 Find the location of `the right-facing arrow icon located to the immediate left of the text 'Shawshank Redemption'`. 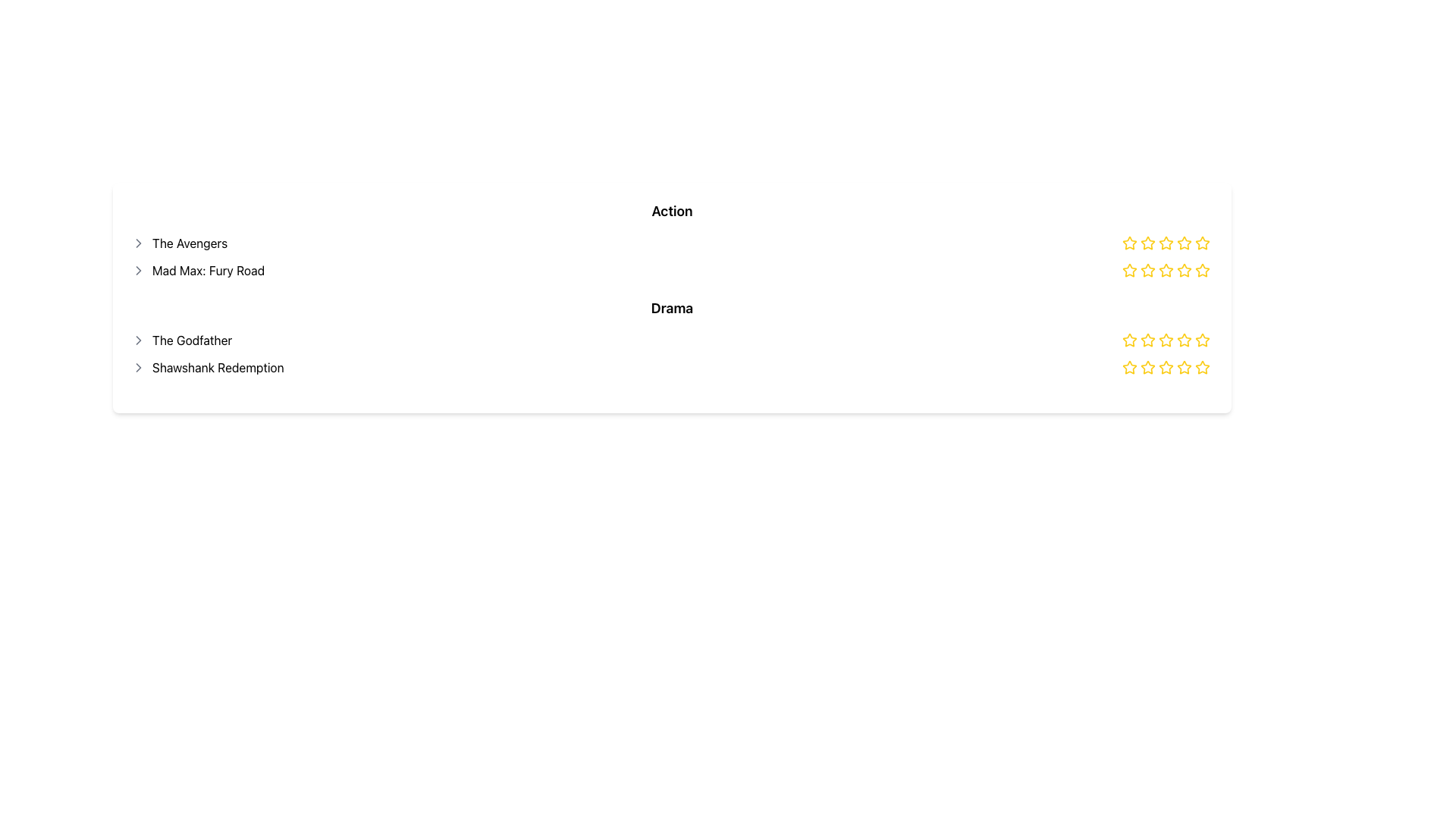

the right-facing arrow icon located to the immediate left of the text 'Shawshank Redemption' is located at coordinates (138, 368).